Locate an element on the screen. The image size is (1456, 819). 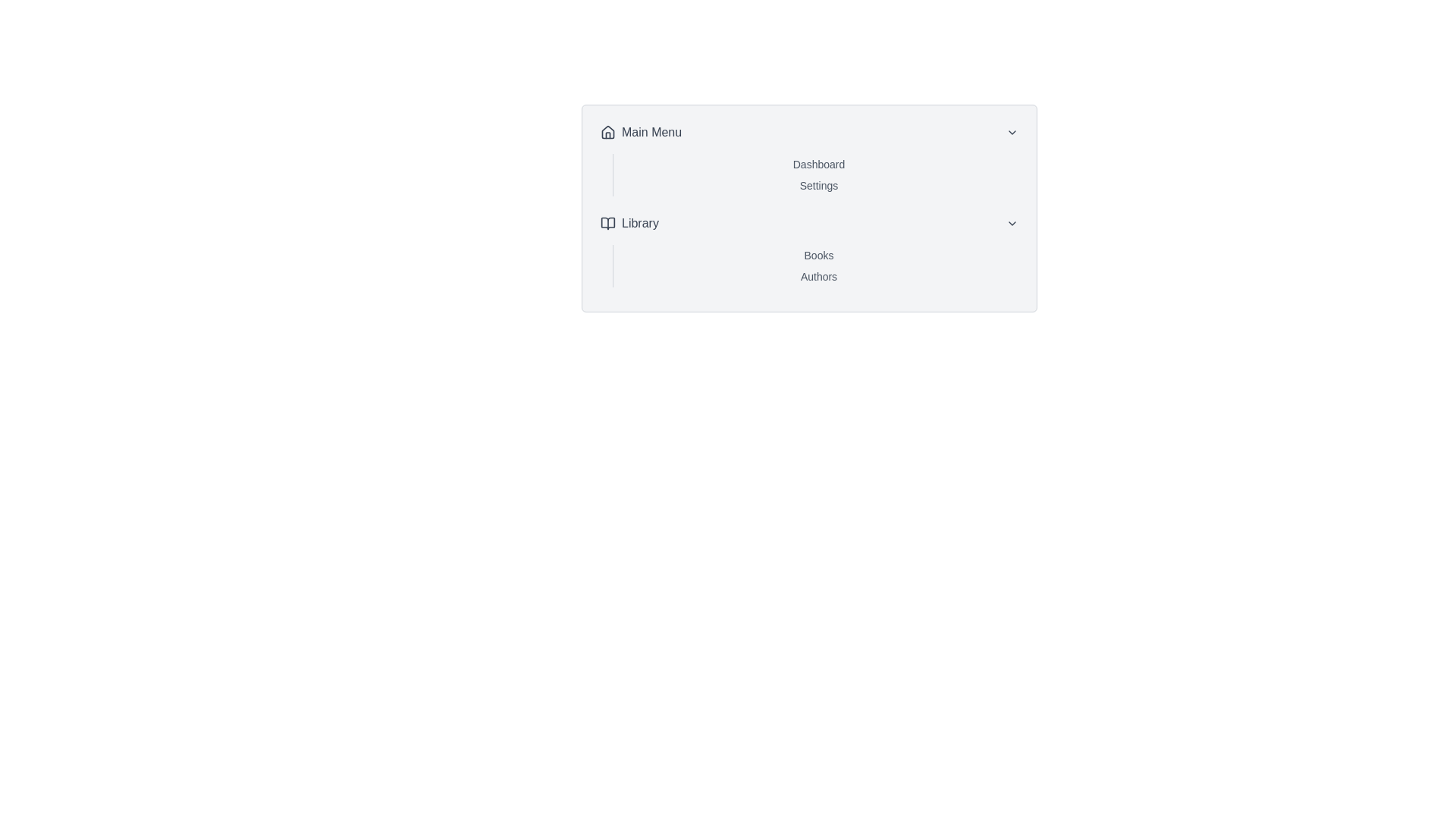
the right part of the open book icon in the 'Library' menu item to interact with it is located at coordinates (607, 223).